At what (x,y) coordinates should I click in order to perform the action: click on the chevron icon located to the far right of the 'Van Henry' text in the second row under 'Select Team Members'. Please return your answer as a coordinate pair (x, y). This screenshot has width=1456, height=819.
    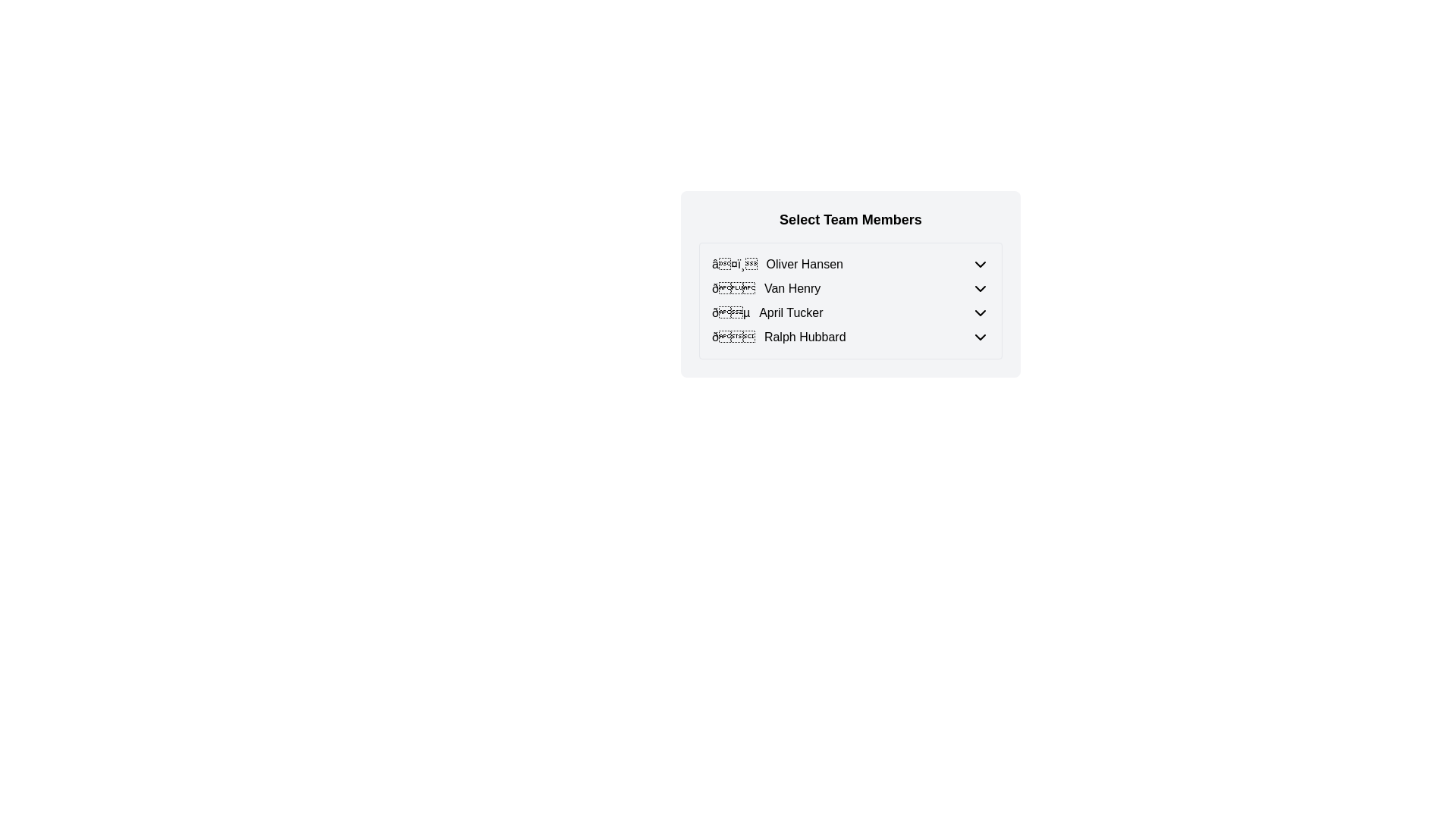
    Looking at the image, I should click on (980, 289).